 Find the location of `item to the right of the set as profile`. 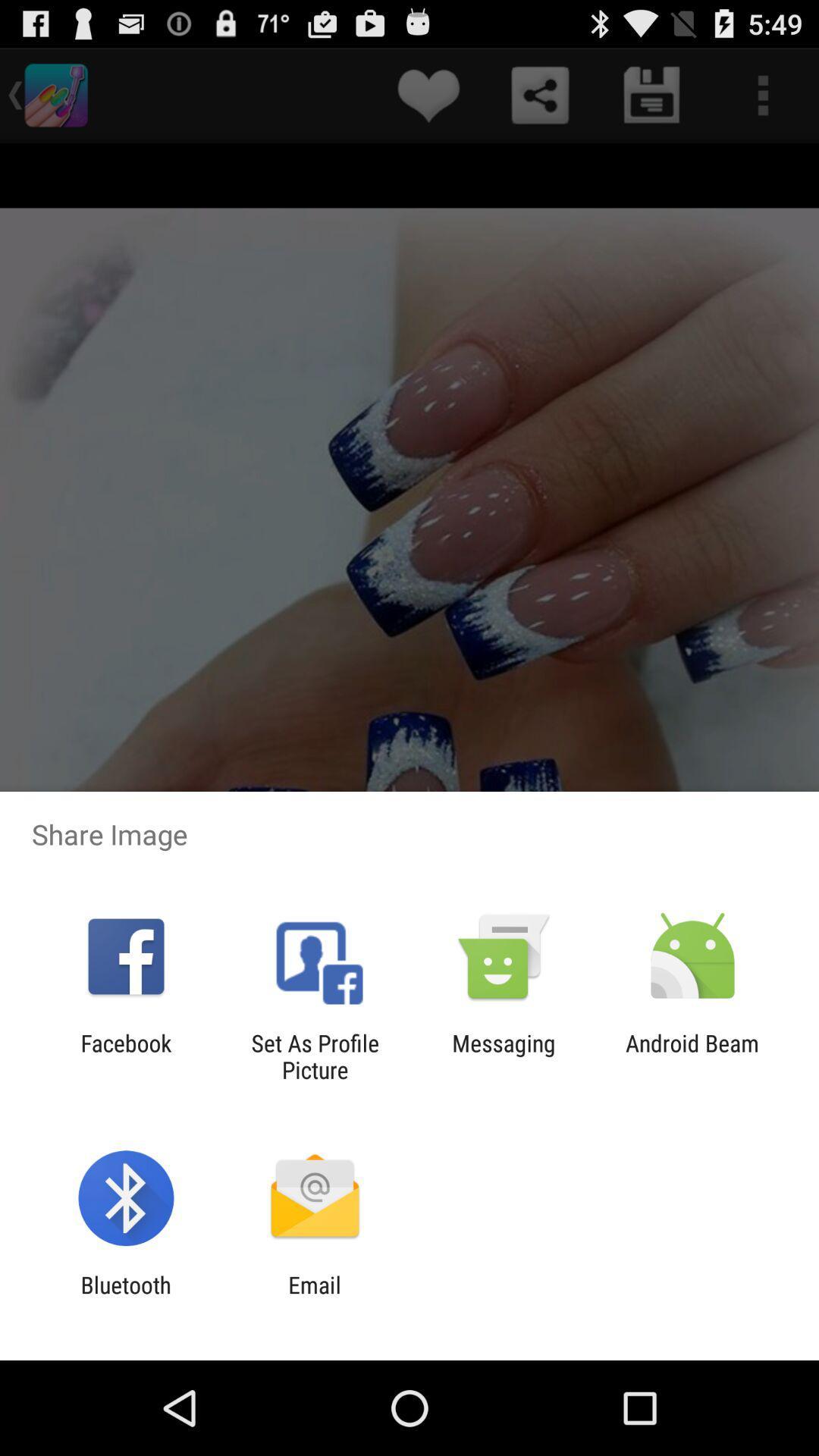

item to the right of the set as profile is located at coordinates (504, 1056).